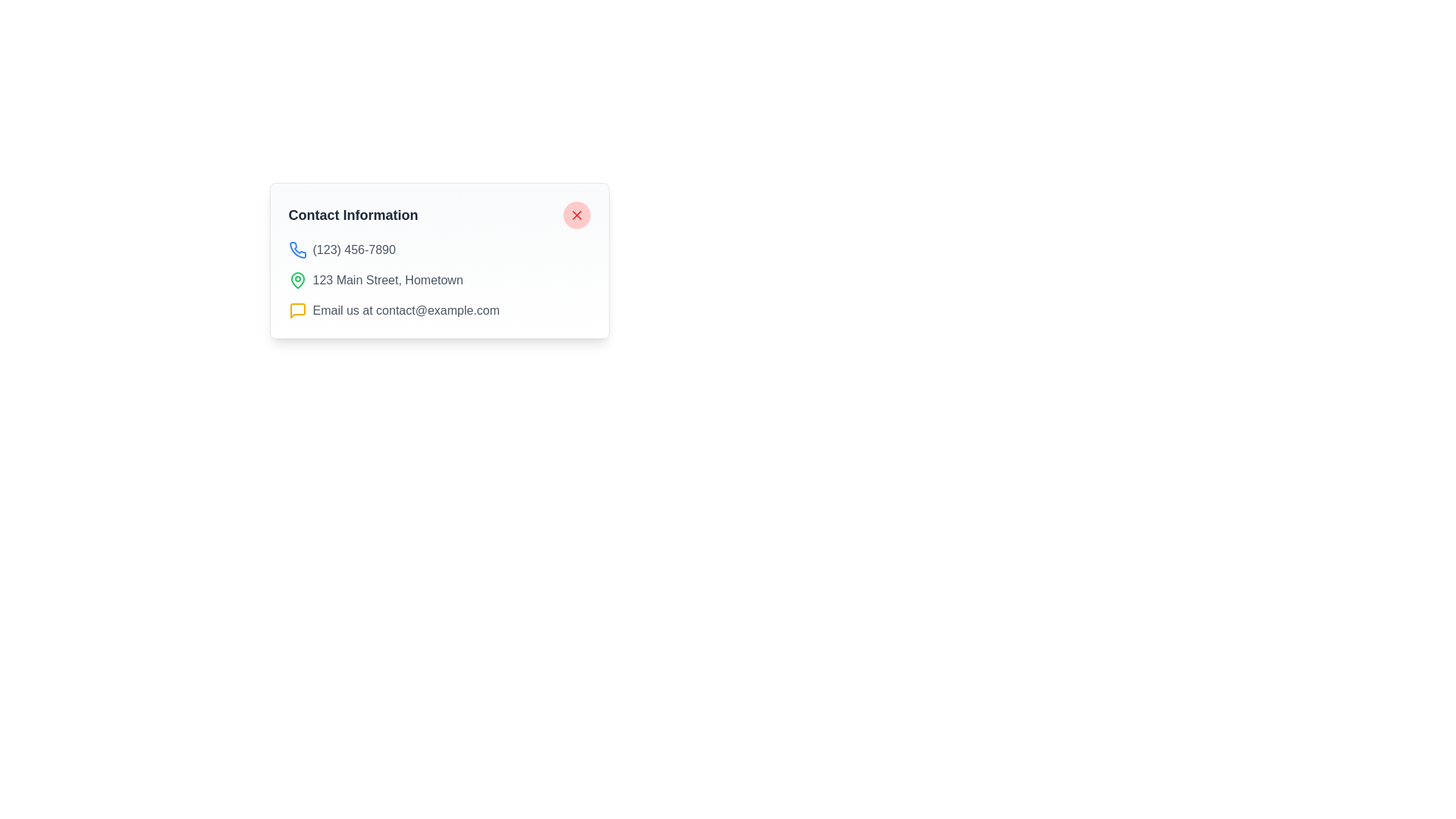 The image size is (1456, 819). Describe the element at coordinates (353, 249) in the screenshot. I see `the static text element displaying the phone number '(123) 456-7890'` at that location.